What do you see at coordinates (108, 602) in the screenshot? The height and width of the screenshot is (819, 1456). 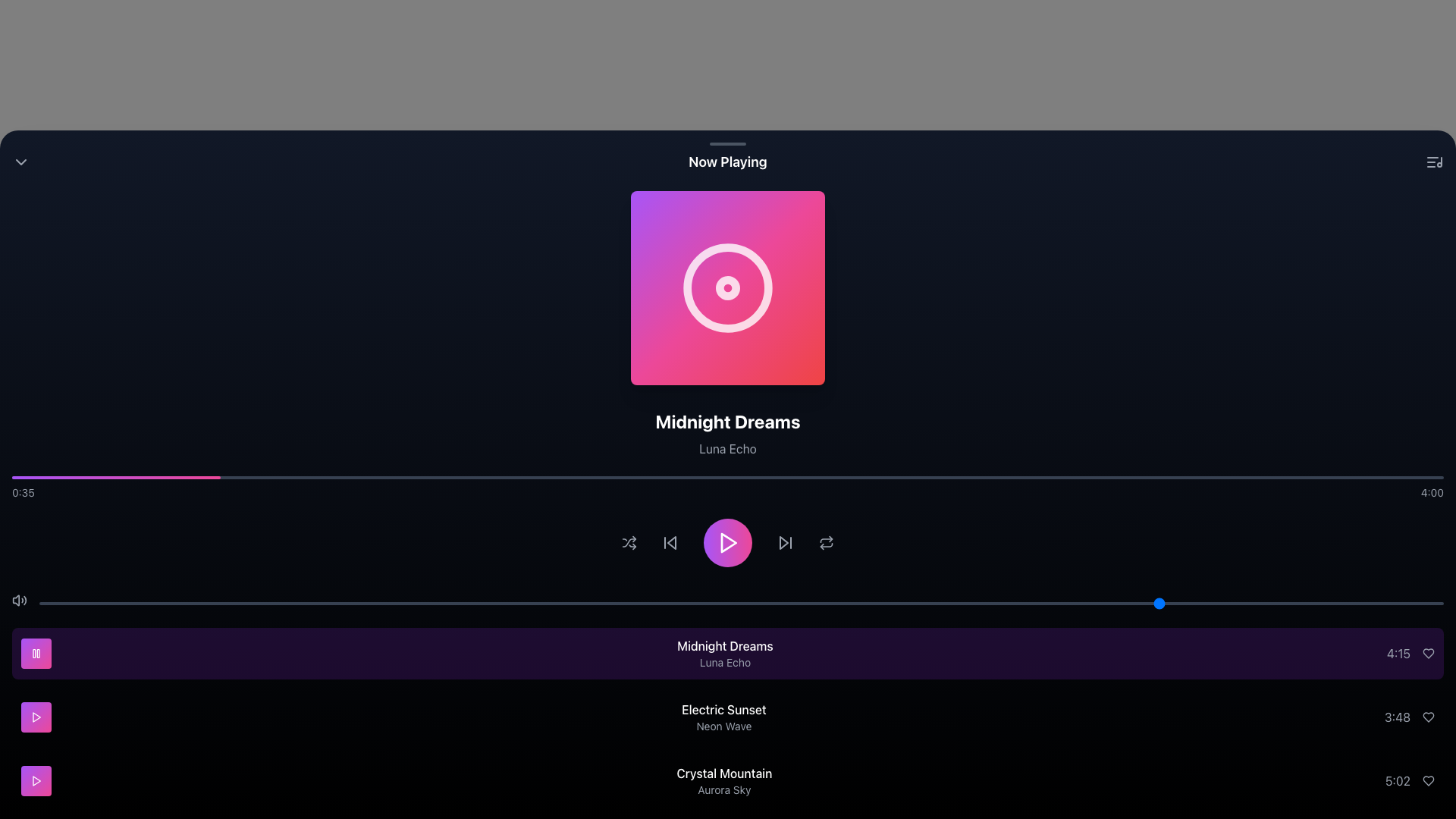 I see `the slider value` at bounding box center [108, 602].